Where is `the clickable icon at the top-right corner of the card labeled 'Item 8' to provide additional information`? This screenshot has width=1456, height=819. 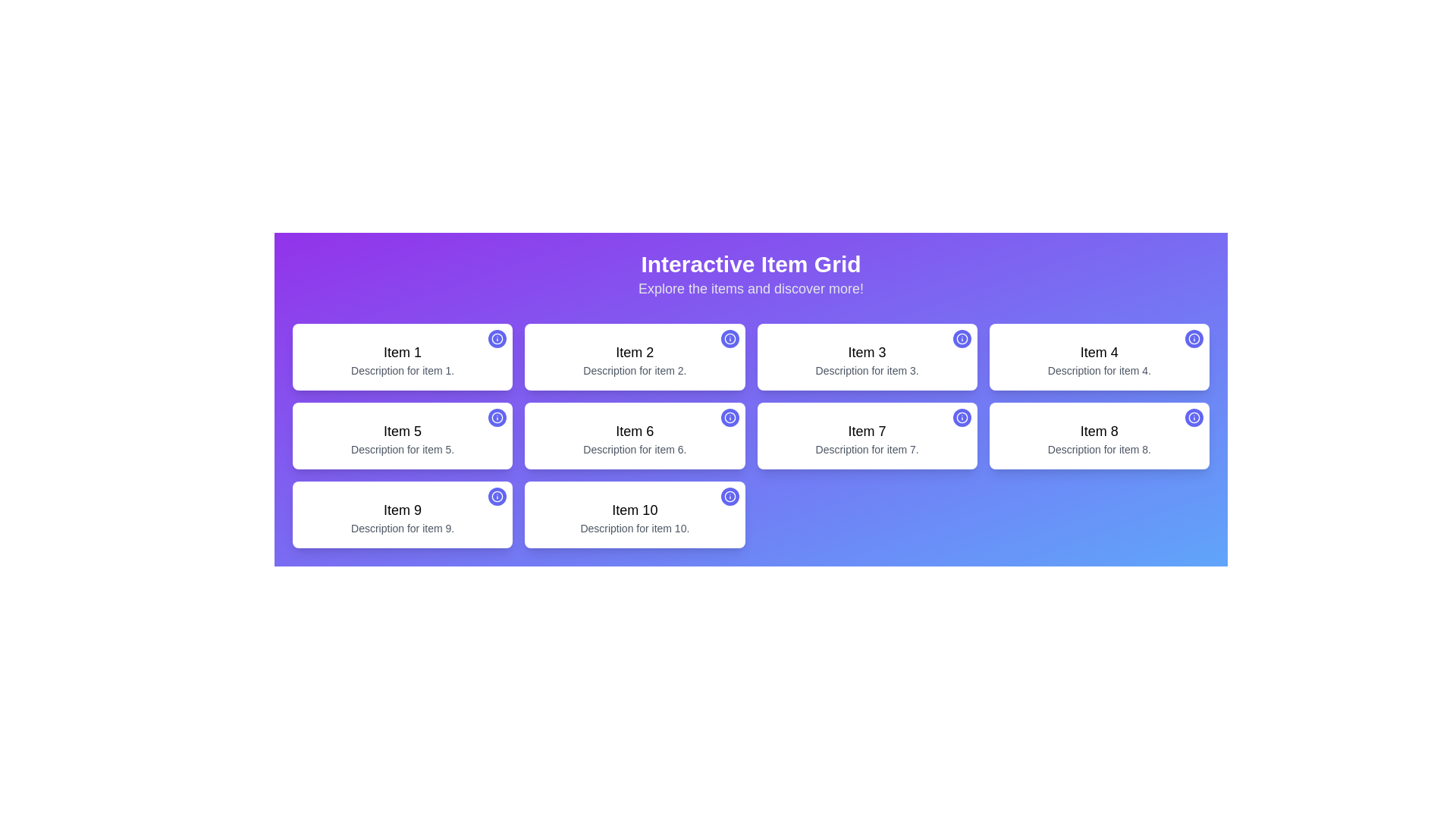
the clickable icon at the top-right corner of the card labeled 'Item 8' to provide additional information is located at coordinates (1193, 418).